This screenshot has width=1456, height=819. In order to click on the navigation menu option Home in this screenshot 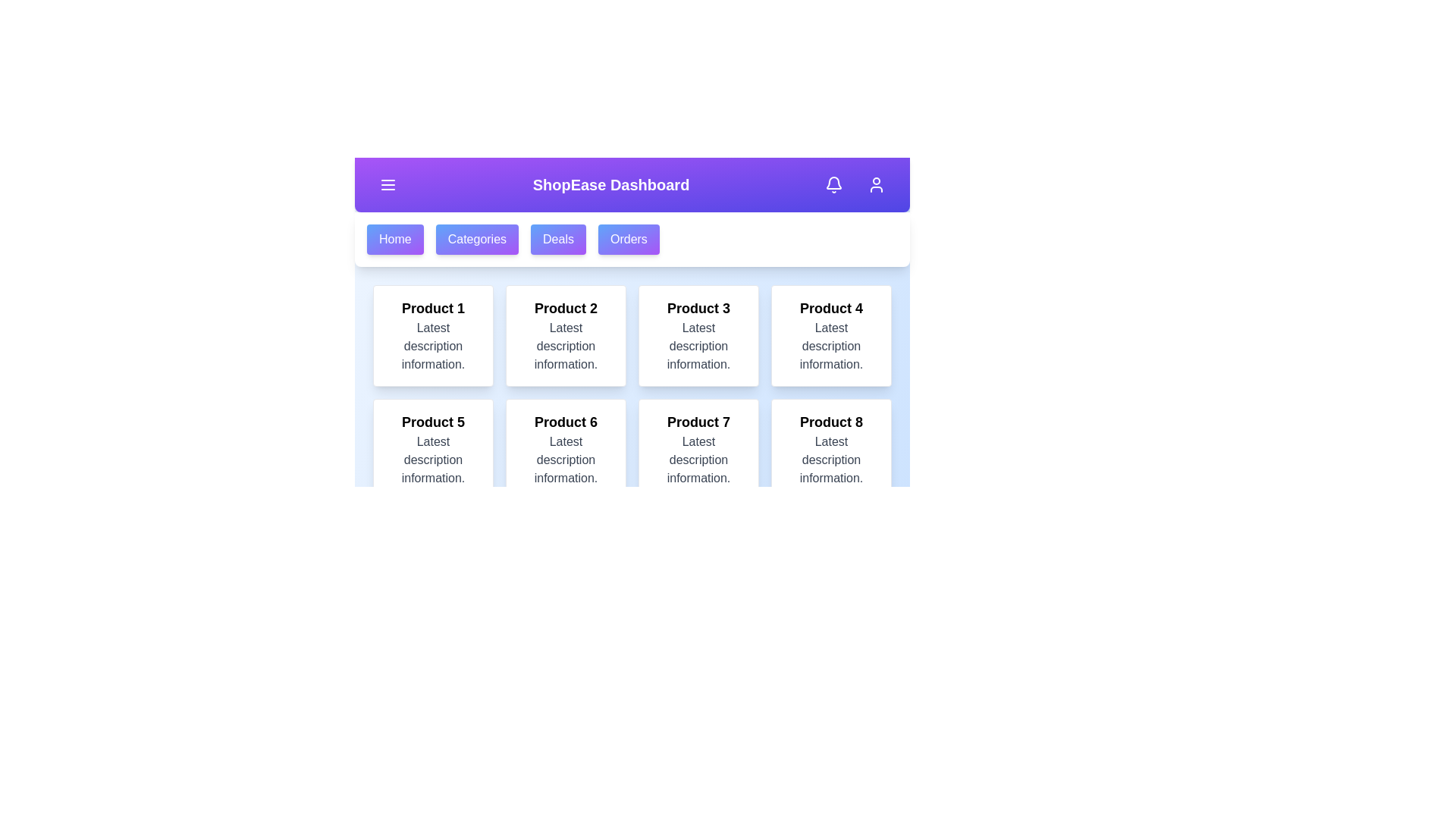, I will do `click(395, 239)`.